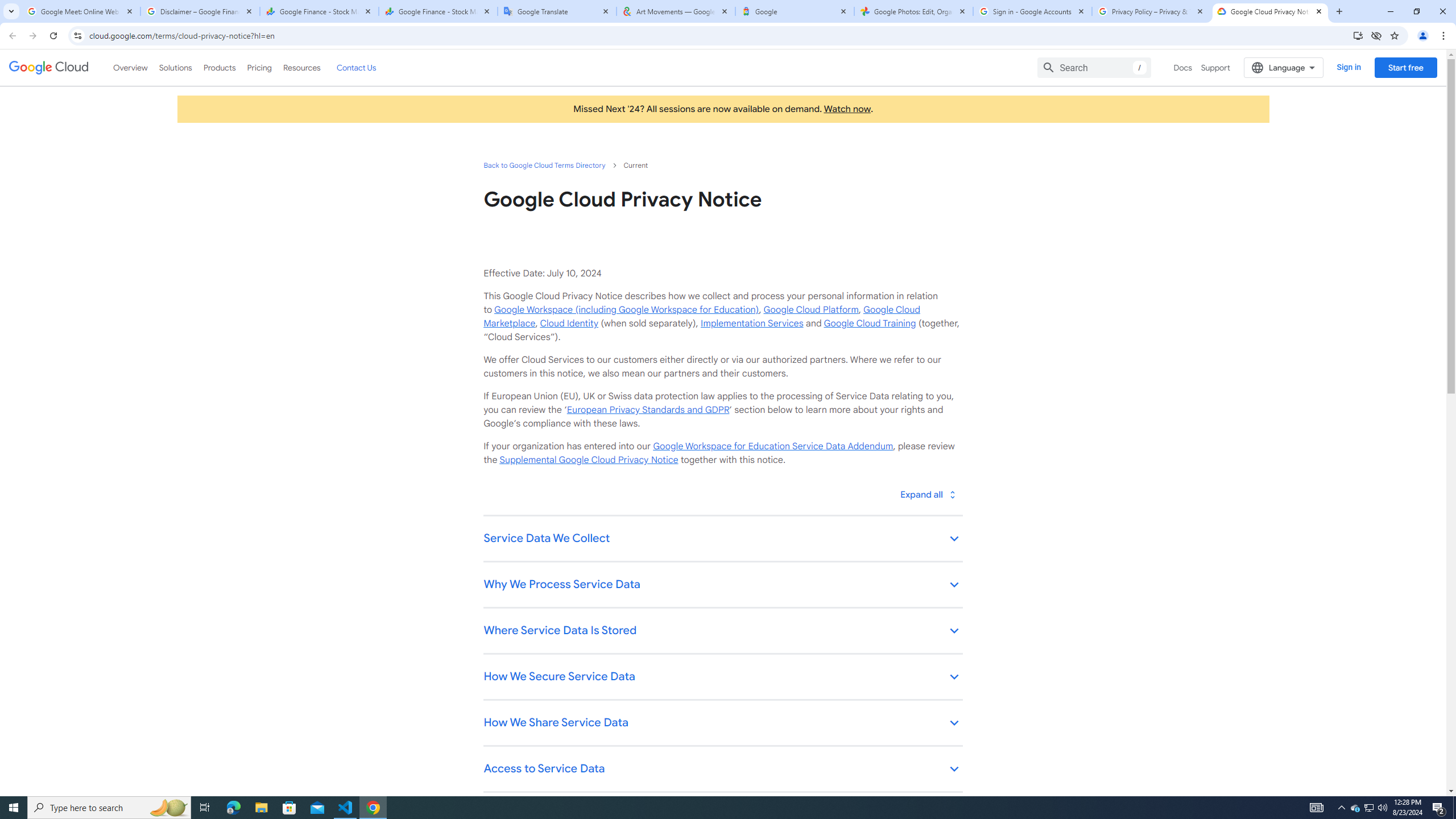 The height and width of the screenshot is (819, 1456). Describe the element at coordinates (1270, 11) in the screenshot. I see `'Google Cloud Privacy Notice'` at that location.